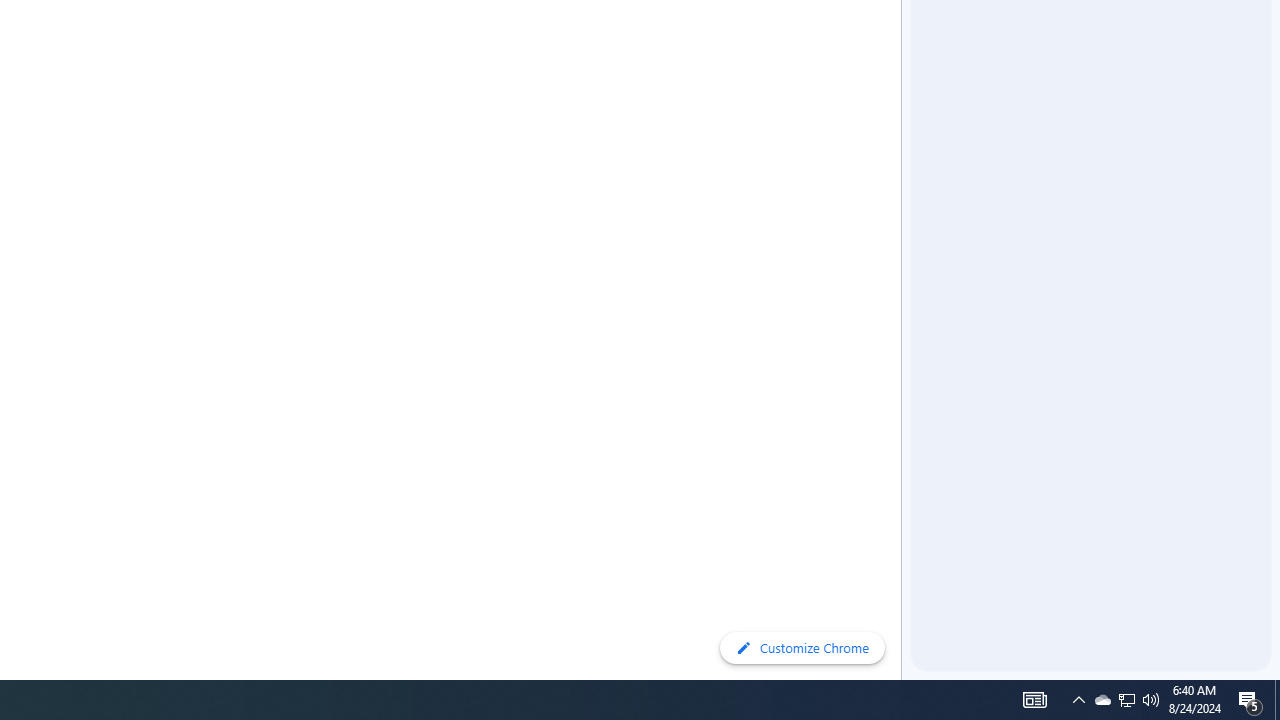  What do you see at coordinates (904, 39) in the screenshot?
I see `'Side Panel Resize Handle'` at bounding box center [904, 39].